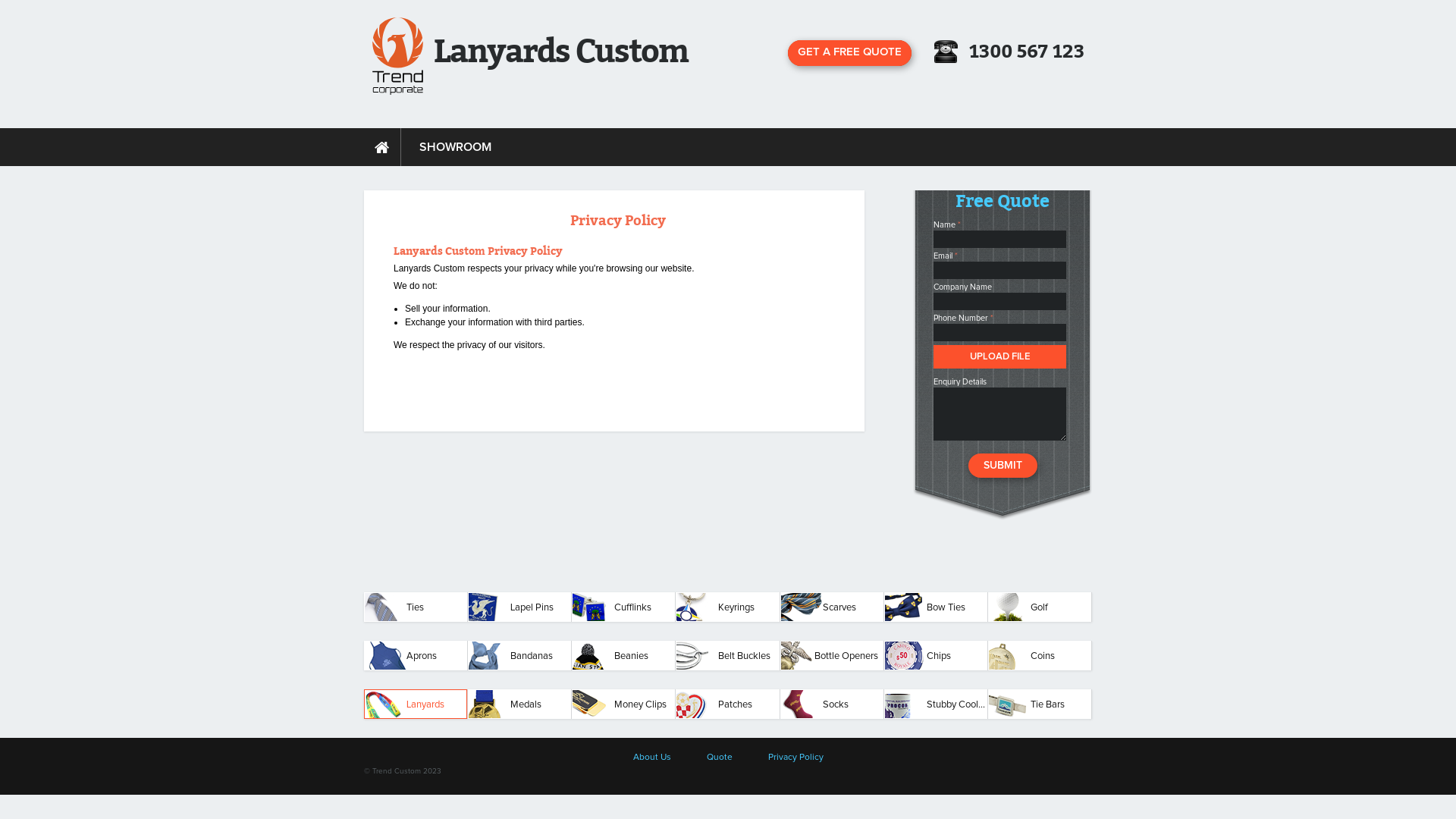 The height and width of the screenshot is (819, 1456). What do you see at coordinates (467, 704) in the screenshot?
I see `'Medals'` at bounding box center [467, 704].